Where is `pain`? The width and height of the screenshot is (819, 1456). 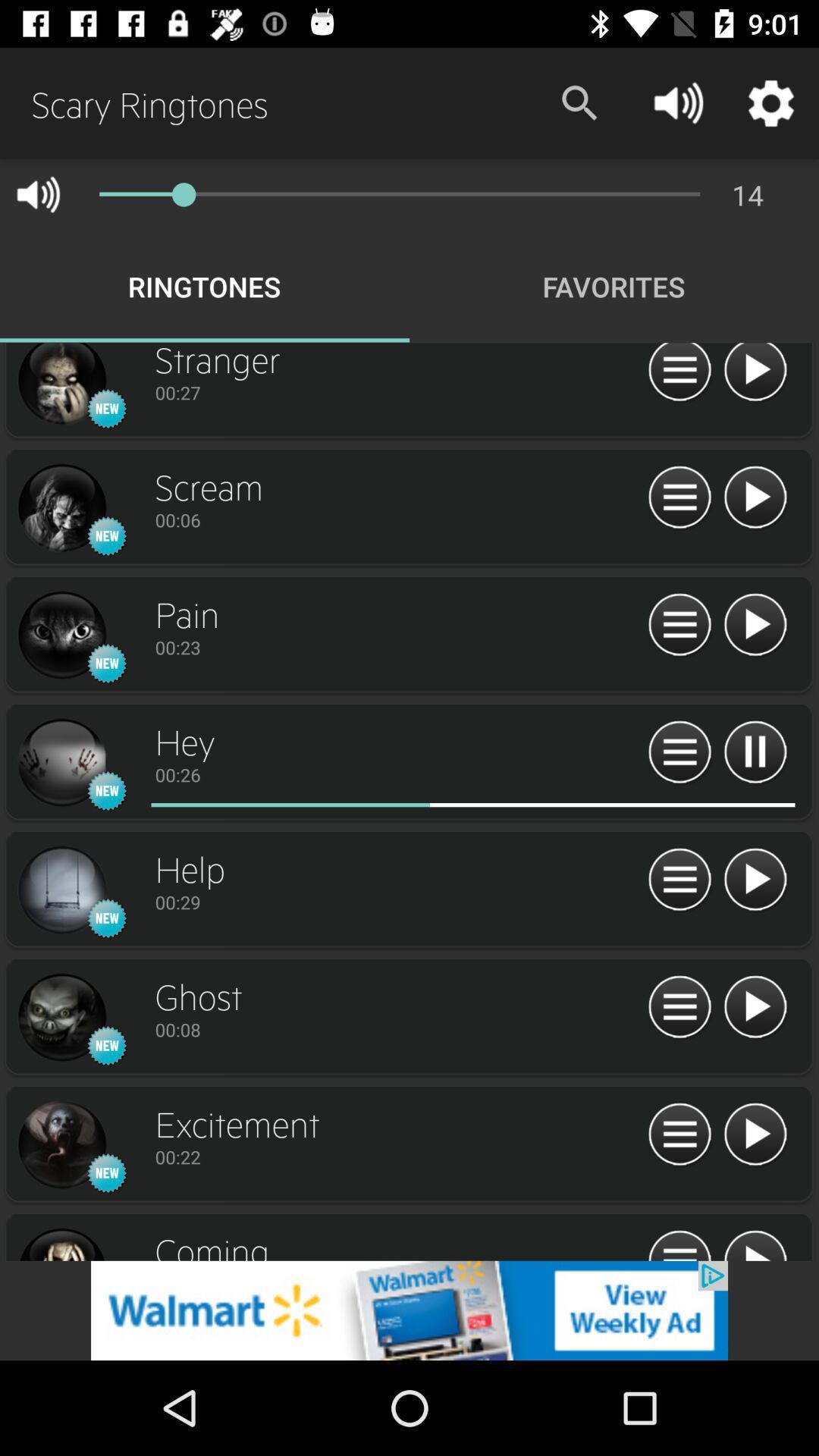 pain is located at coordinates (61, 635).